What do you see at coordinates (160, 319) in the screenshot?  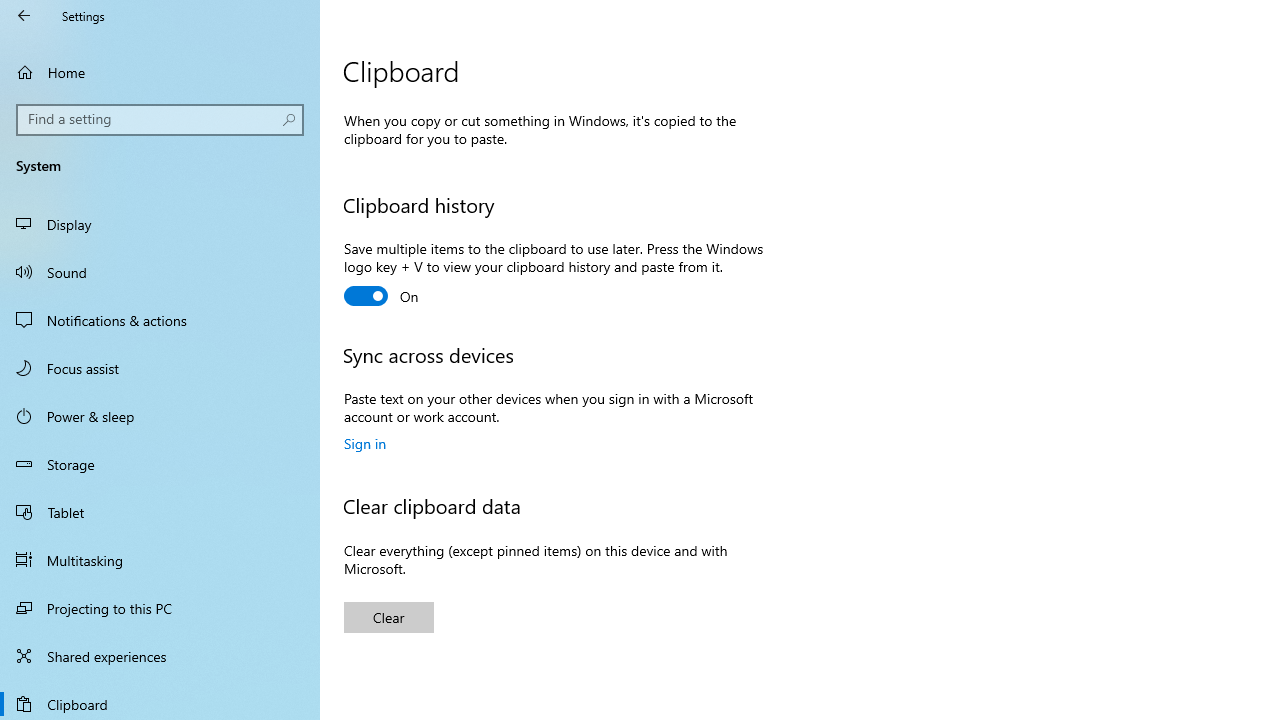 I see `'Notifications & actions'` at bounding box center [160, 319].